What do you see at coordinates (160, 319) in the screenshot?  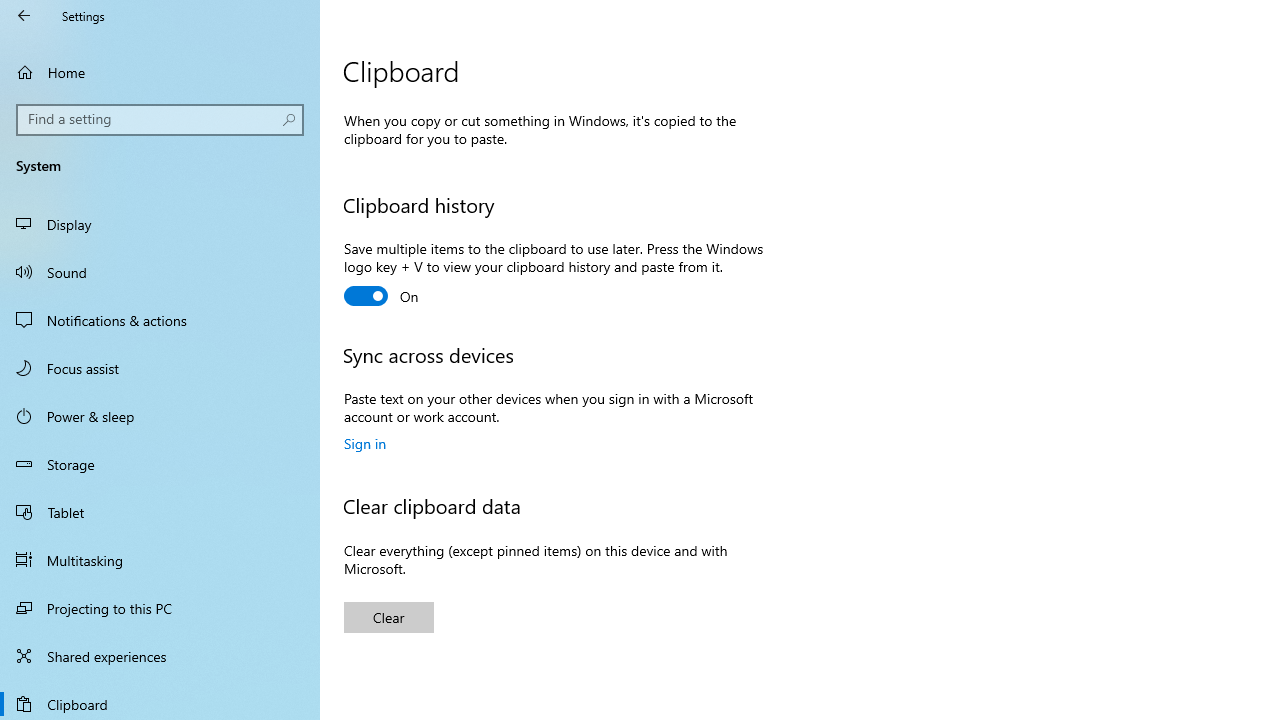 I see `'Notifications & actions'` at bounding box center [160, 319].